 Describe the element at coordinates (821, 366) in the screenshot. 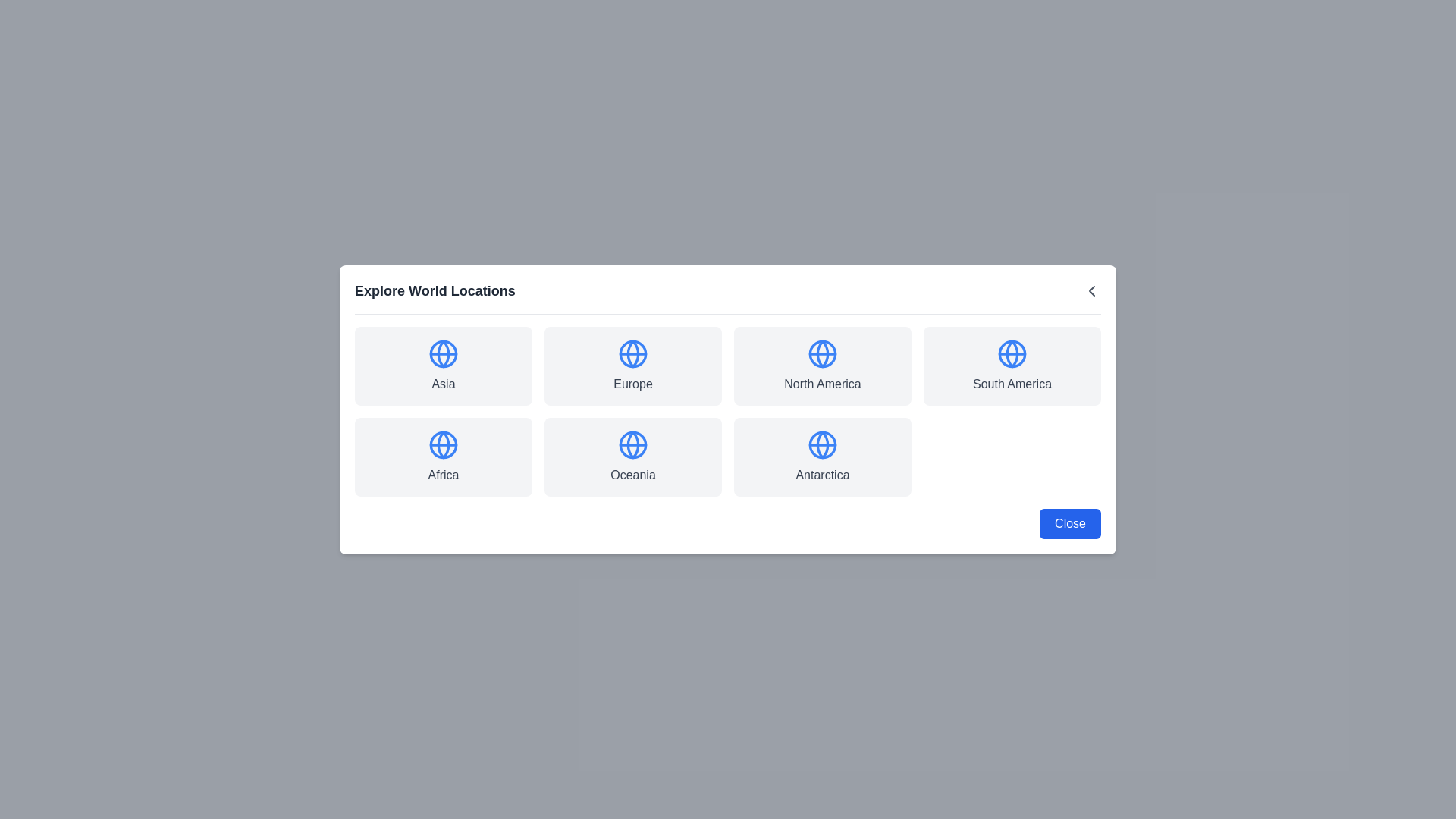

I see `the location North America` at that location.